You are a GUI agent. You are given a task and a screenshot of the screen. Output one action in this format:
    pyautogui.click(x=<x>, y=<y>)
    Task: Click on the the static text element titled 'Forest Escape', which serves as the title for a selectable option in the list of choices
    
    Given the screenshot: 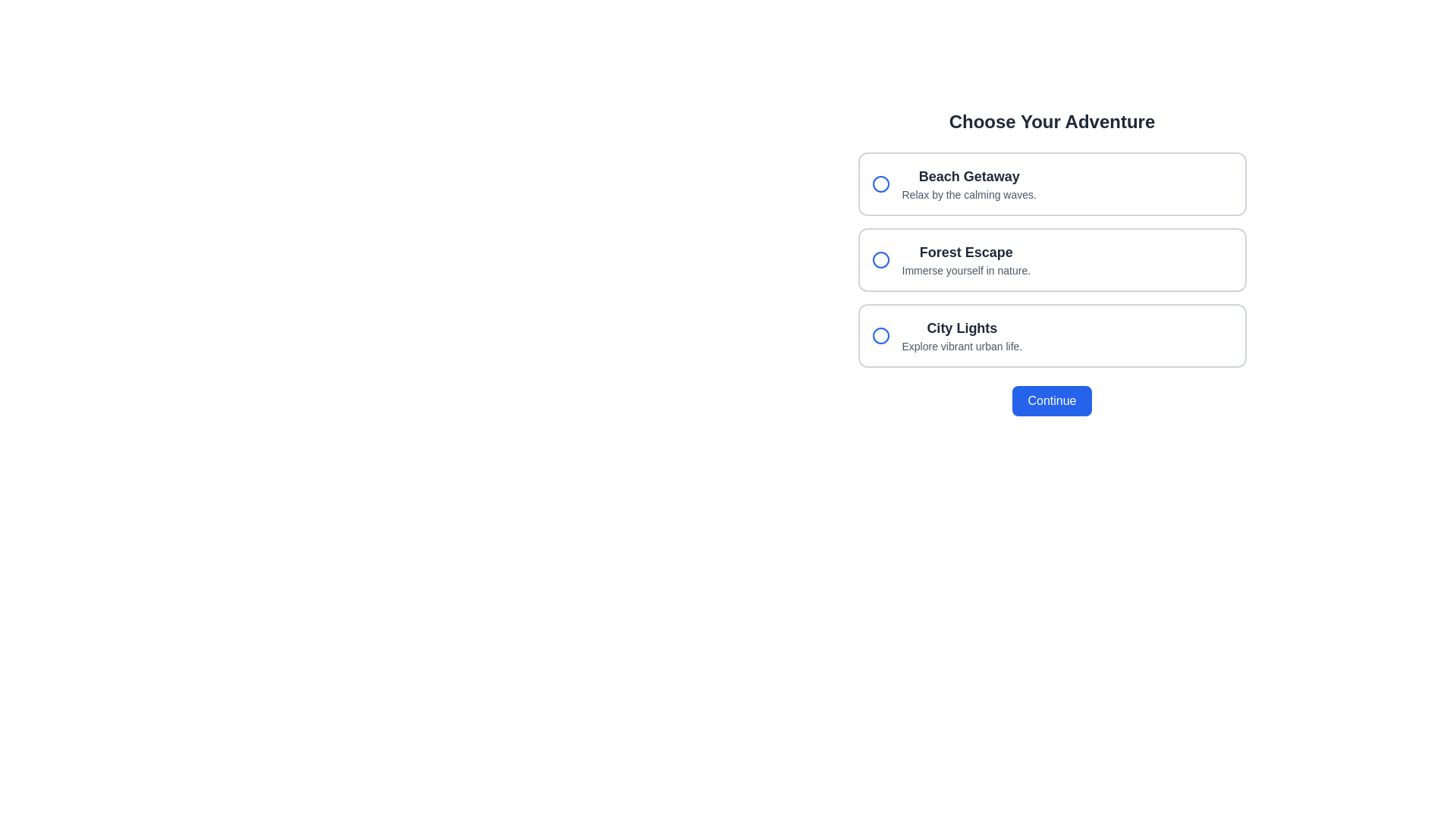 What is the action you would take?
    pyautogui.click(x=965, y=251)
    